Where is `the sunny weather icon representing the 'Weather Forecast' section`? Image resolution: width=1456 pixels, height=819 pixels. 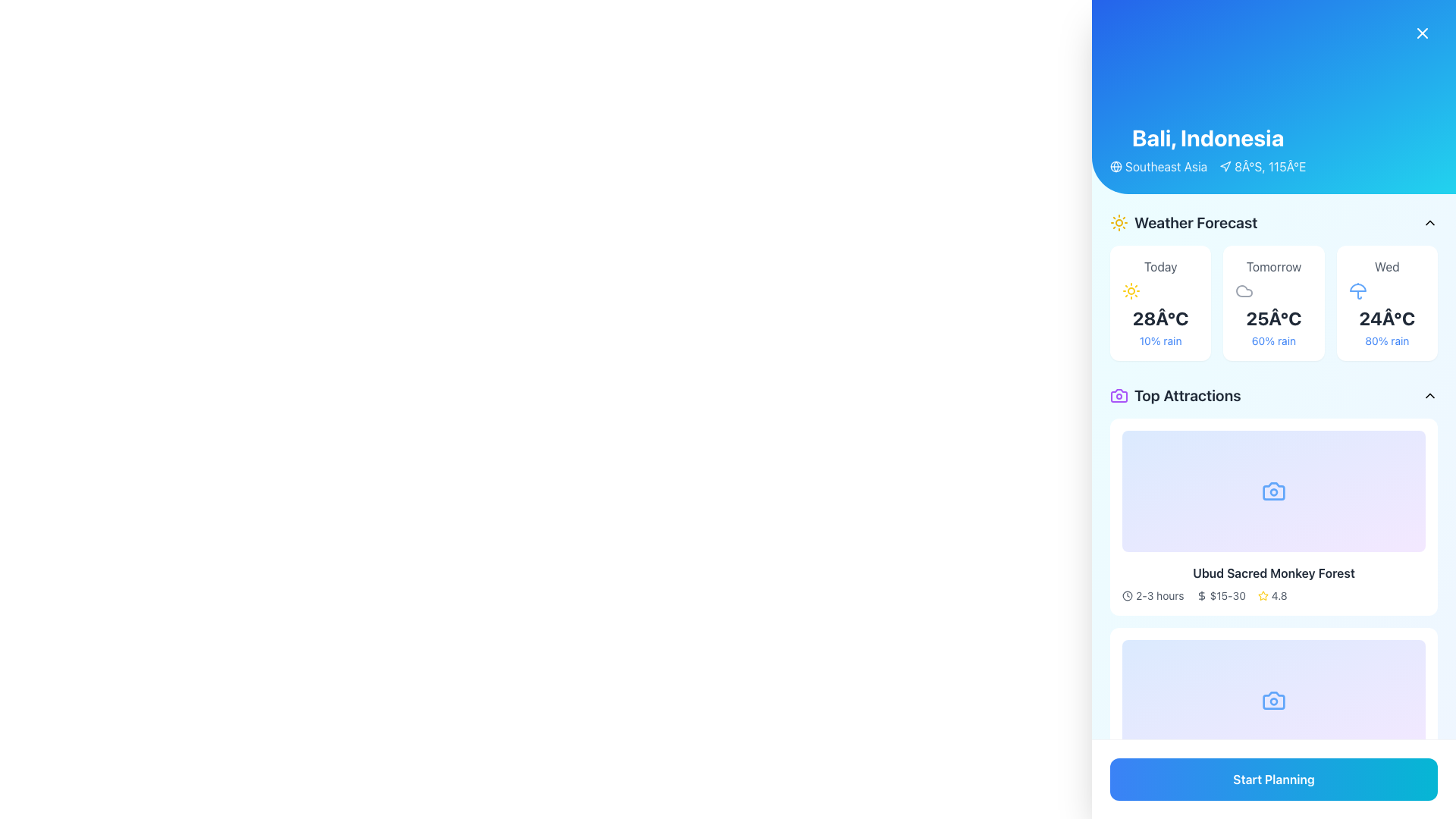 the sunny weather icon representing the 'Weather Forecast' section is located at coordinates (1119, 222).